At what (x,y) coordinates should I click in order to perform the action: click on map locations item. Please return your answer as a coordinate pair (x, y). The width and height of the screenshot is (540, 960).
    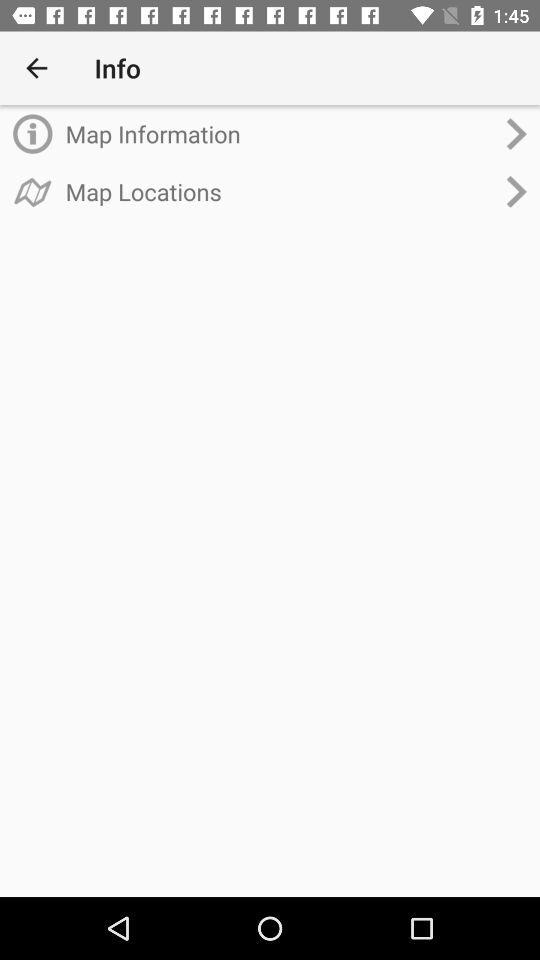
    Looking at the image, I should click on (278, 191).